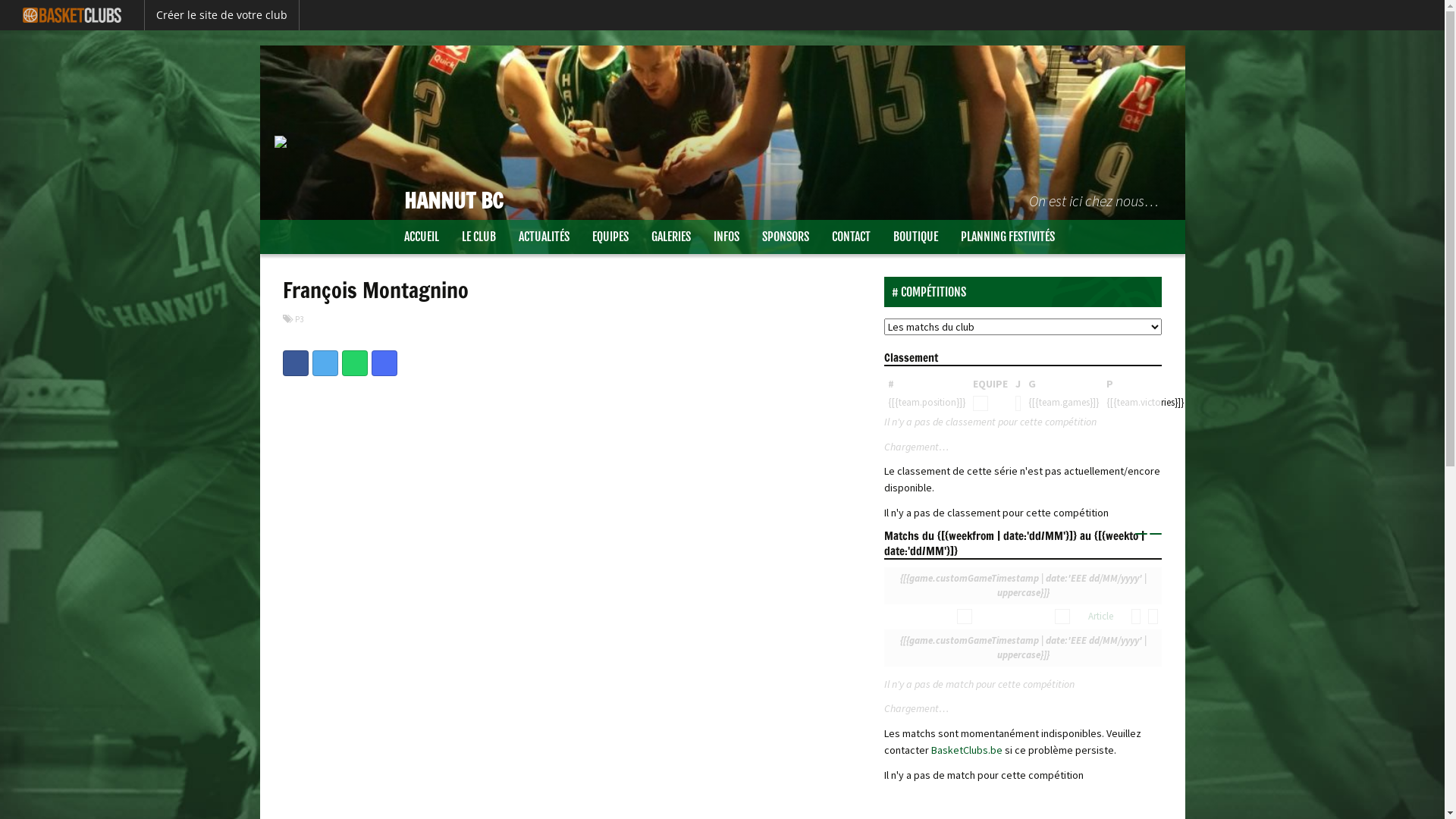  I want to click on 'CONTACT', so click(851, 237).